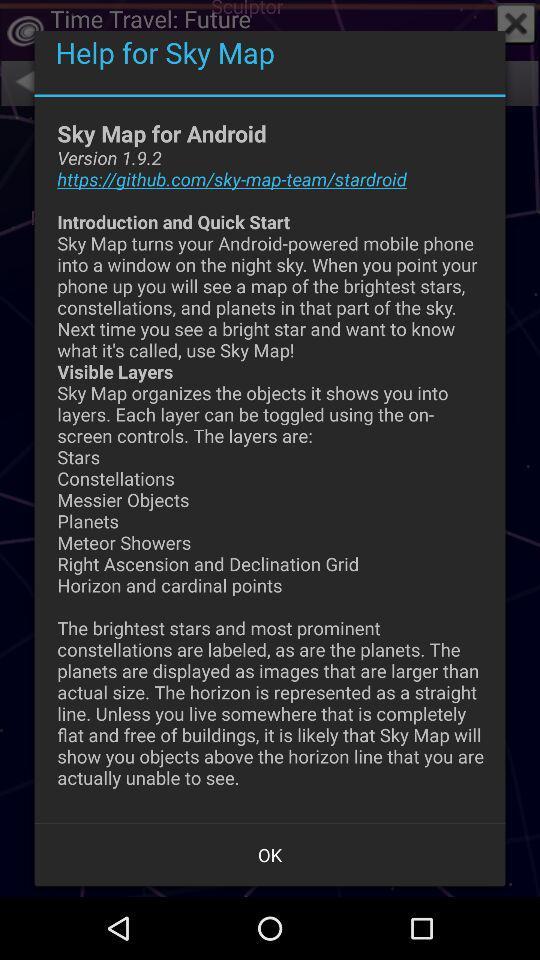 Image resolution: width=540 pixels, height=960 pixels. I want to click on the item at the bottom, so click(270, 853).